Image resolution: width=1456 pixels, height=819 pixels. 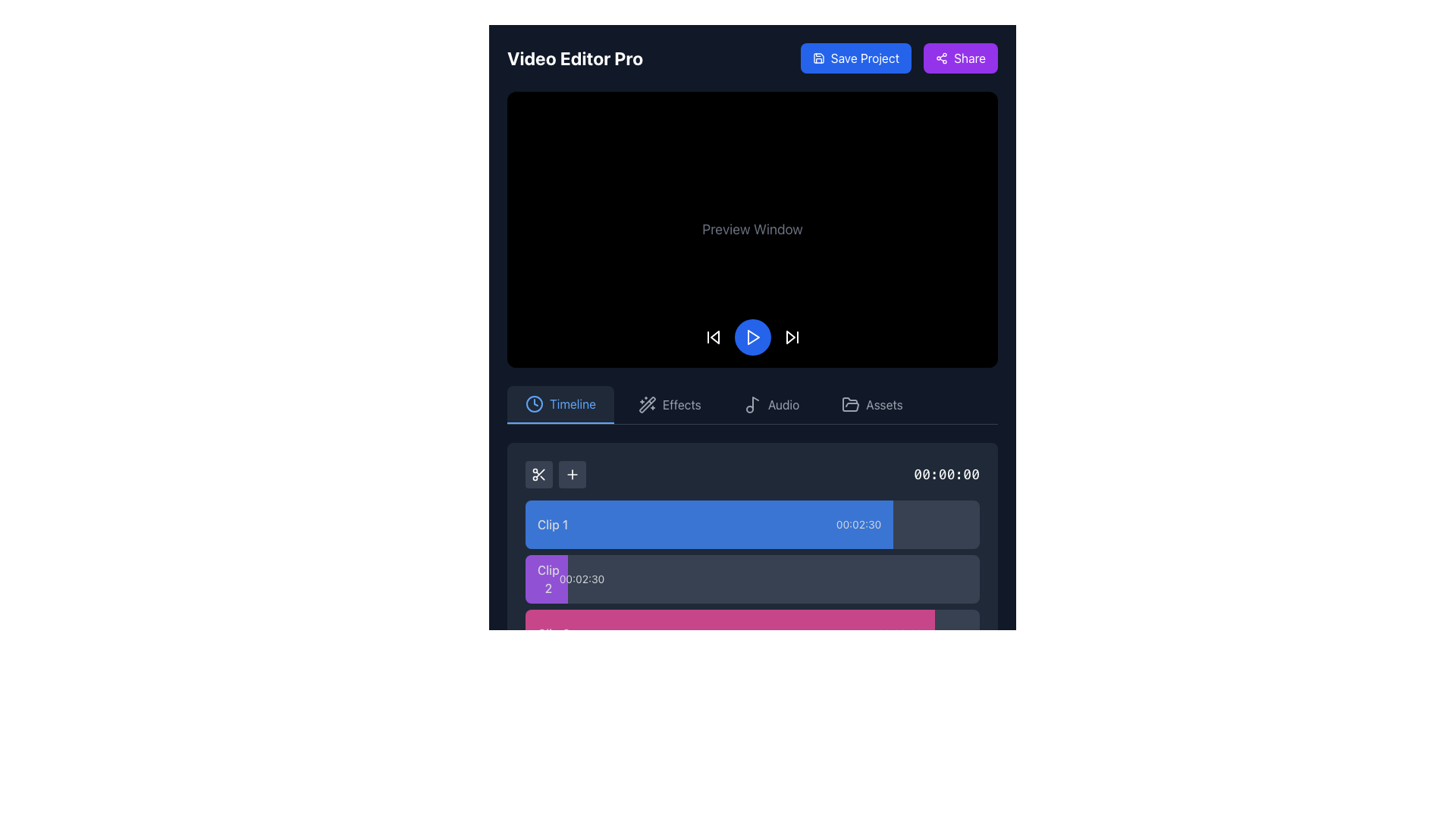 What do you see at coordinates (752, 336) in the screenshot?
I see `the Play button, which is a circular button located below the preview window area and positioned between the back and forward buttons` at bounding box center [752, 336].